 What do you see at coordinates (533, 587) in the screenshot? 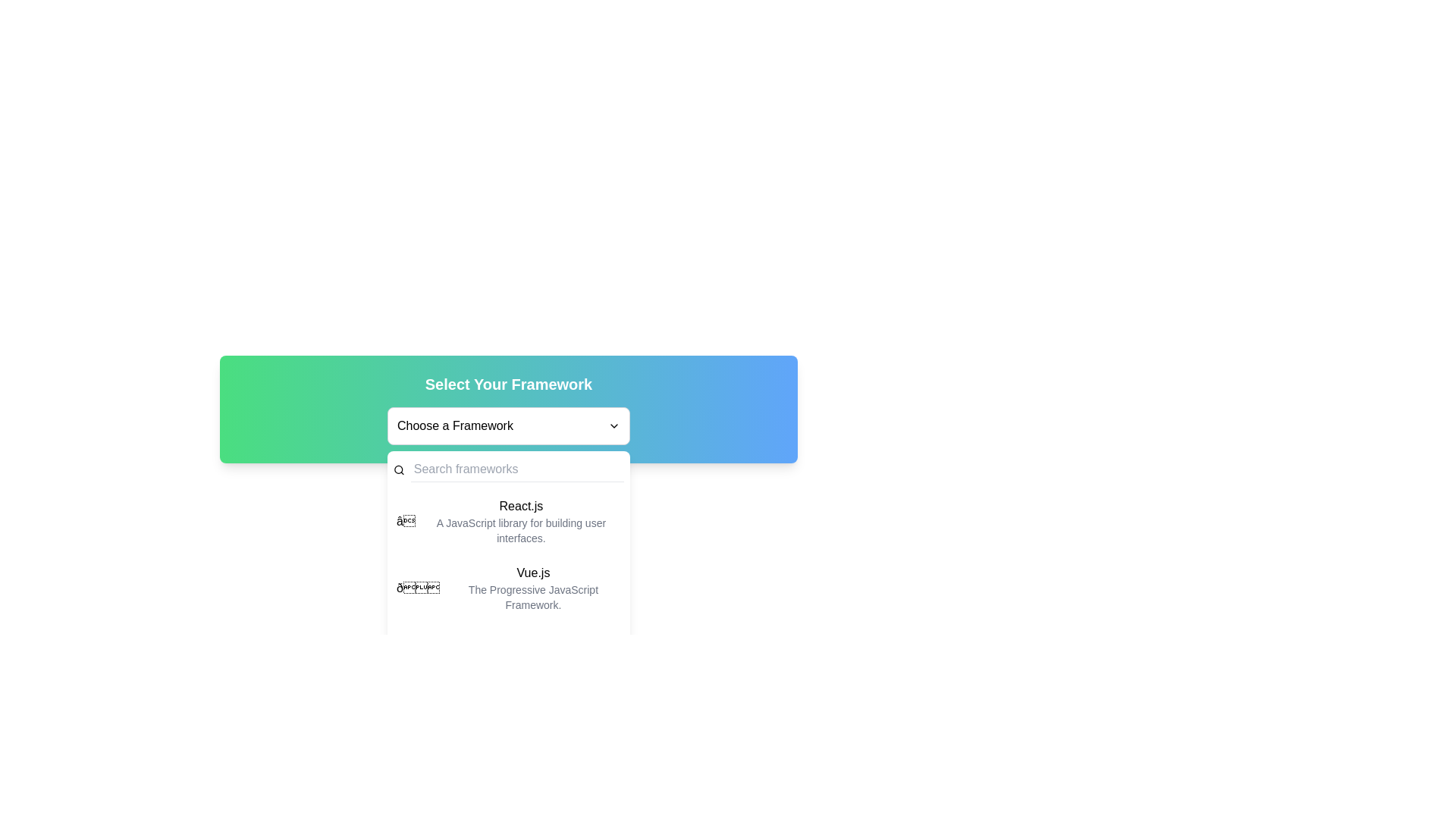
I see `the second entry in the dropdown menu labeled 'Select Your Framework', which displays 'Vue.js' in bold and 'The Progressive JavaScript Framework.' in a smaller, lighter gray font beneath it` at bounding box center [533, 587].